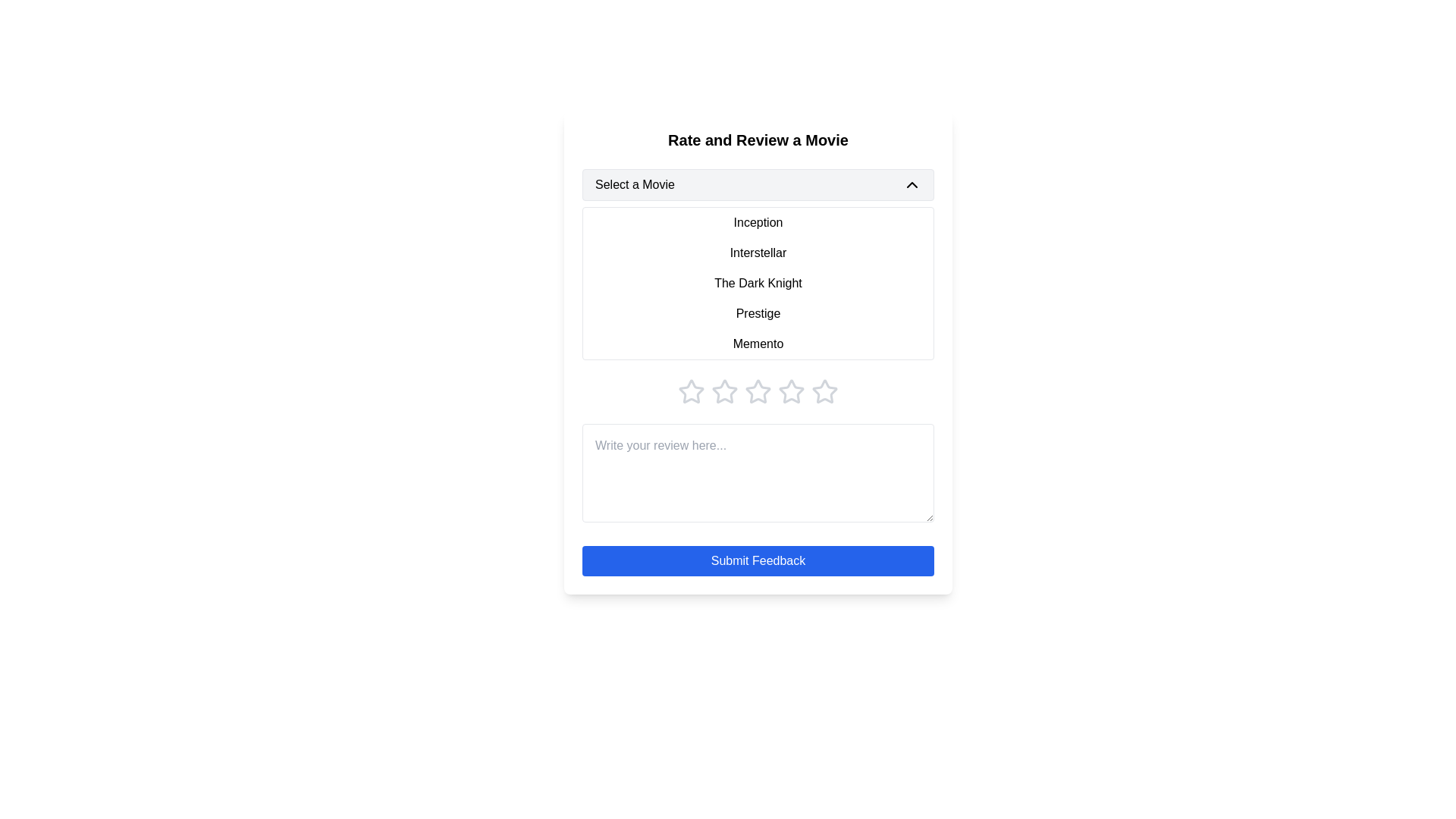 Image resolution: width=1456 pixels, height=819 pixels. Describe the element at coordinates (723, 391) in the screenshot. I see `the second star in the rating section` at that location.